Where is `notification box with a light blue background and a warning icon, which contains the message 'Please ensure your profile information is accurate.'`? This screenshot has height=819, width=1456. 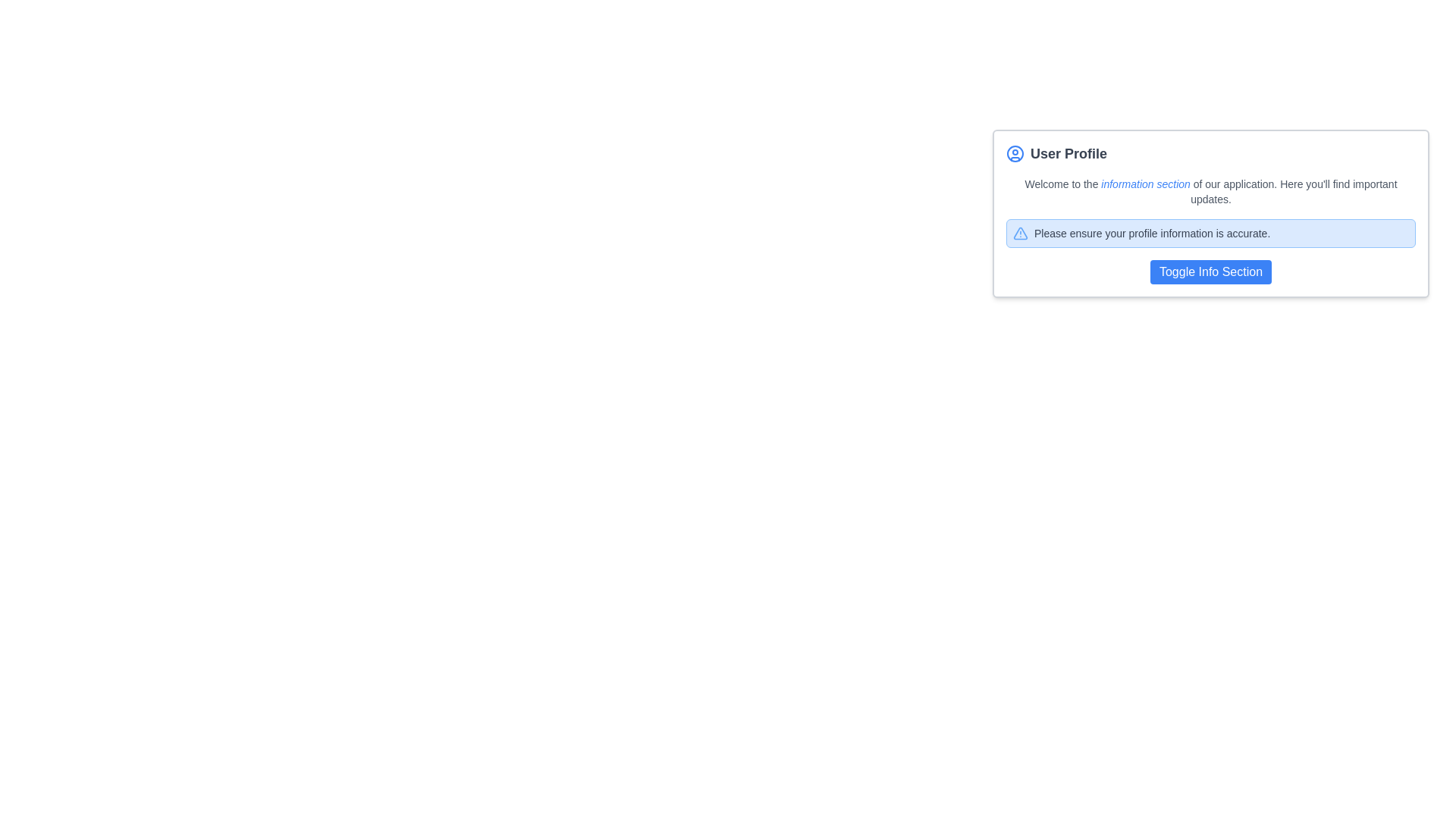
notification box with a light blue background and a warning icon, which contains the message 'Please ensure your profile information is accurate.' is located at coordinates (1210, 234).